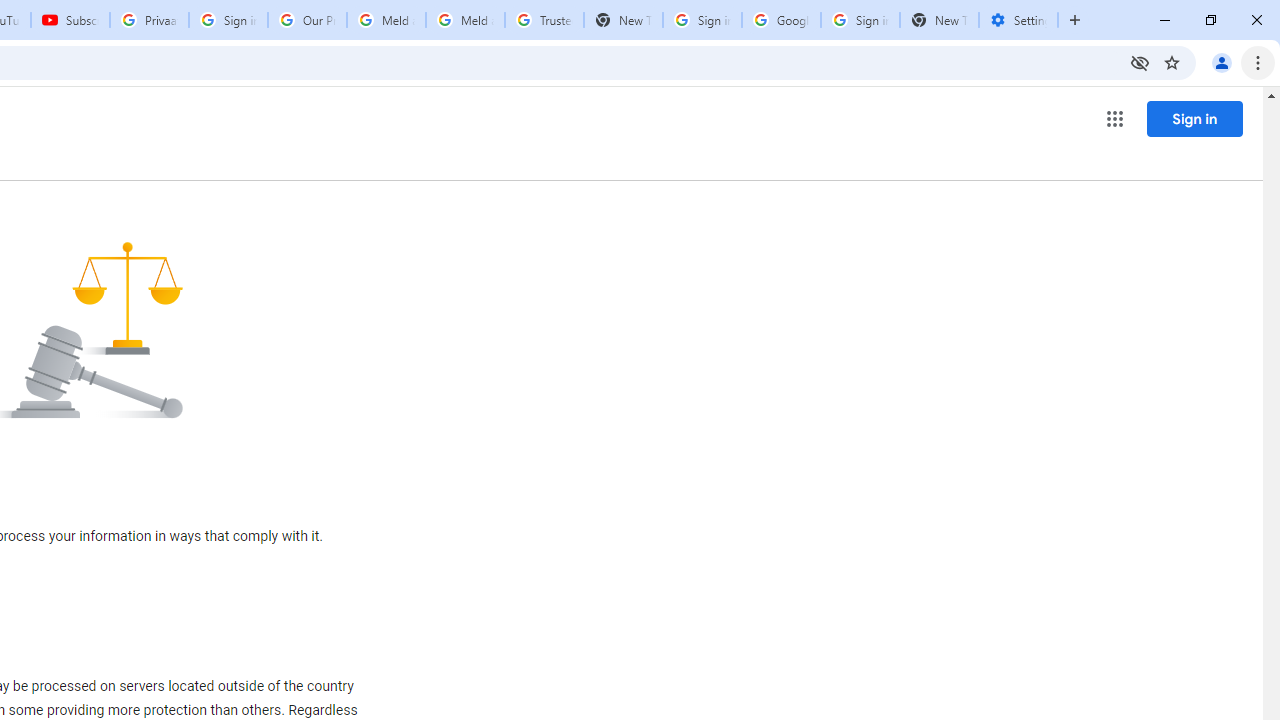 The width and height of the screenshot is (1280, 720). Describe the element at coordinates (544, 20) in the screenshot. I see `'Trusted Information and Content - Google Safety Center'` at that location.